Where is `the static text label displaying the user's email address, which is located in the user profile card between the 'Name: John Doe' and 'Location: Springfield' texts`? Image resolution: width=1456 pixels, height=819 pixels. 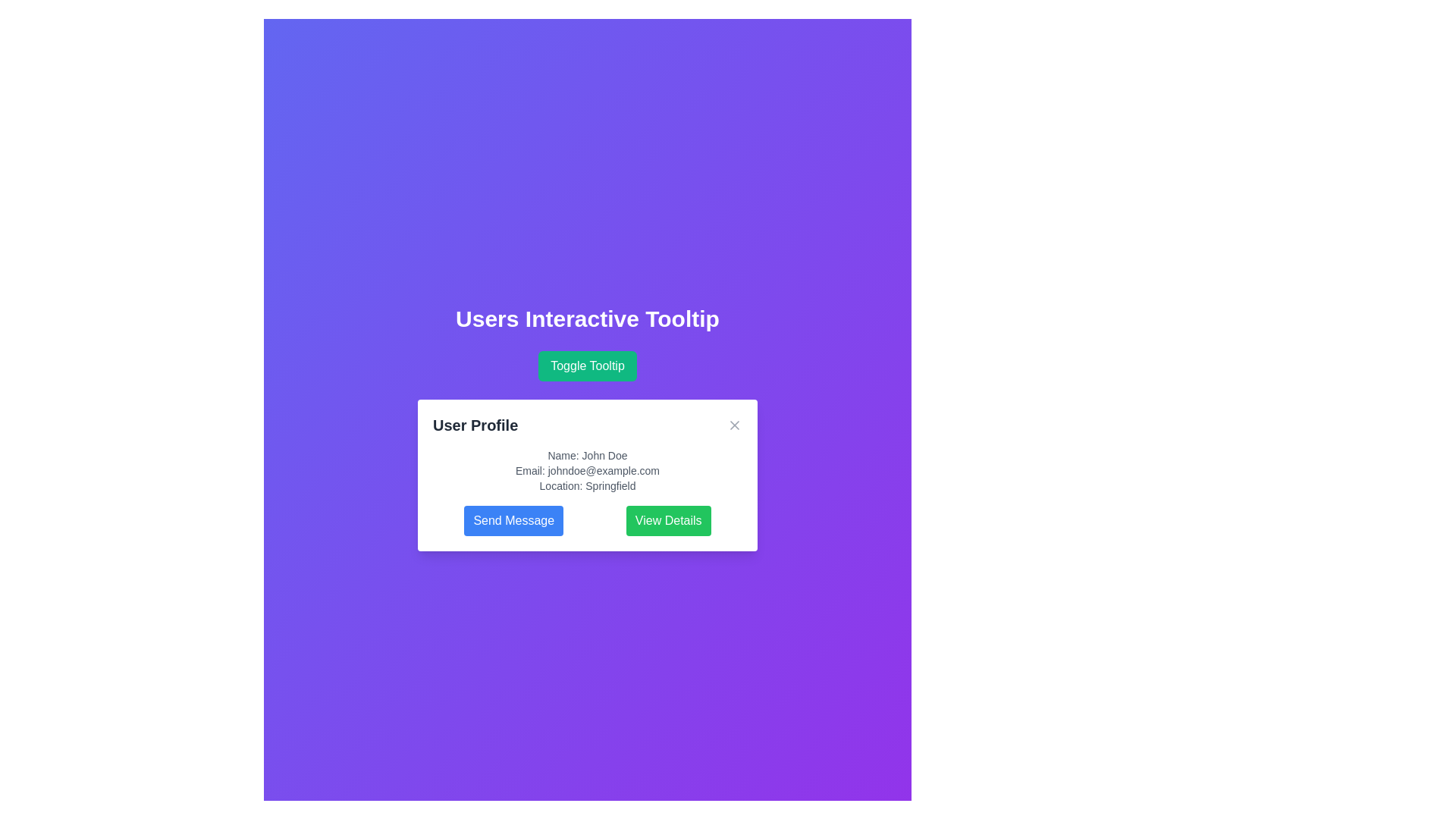
the static text label displaying the user's email address, which is located in the user profile card between the 'Name: John Doe' and 'Location: Springfield' texts is located at coordinates (586, 470).